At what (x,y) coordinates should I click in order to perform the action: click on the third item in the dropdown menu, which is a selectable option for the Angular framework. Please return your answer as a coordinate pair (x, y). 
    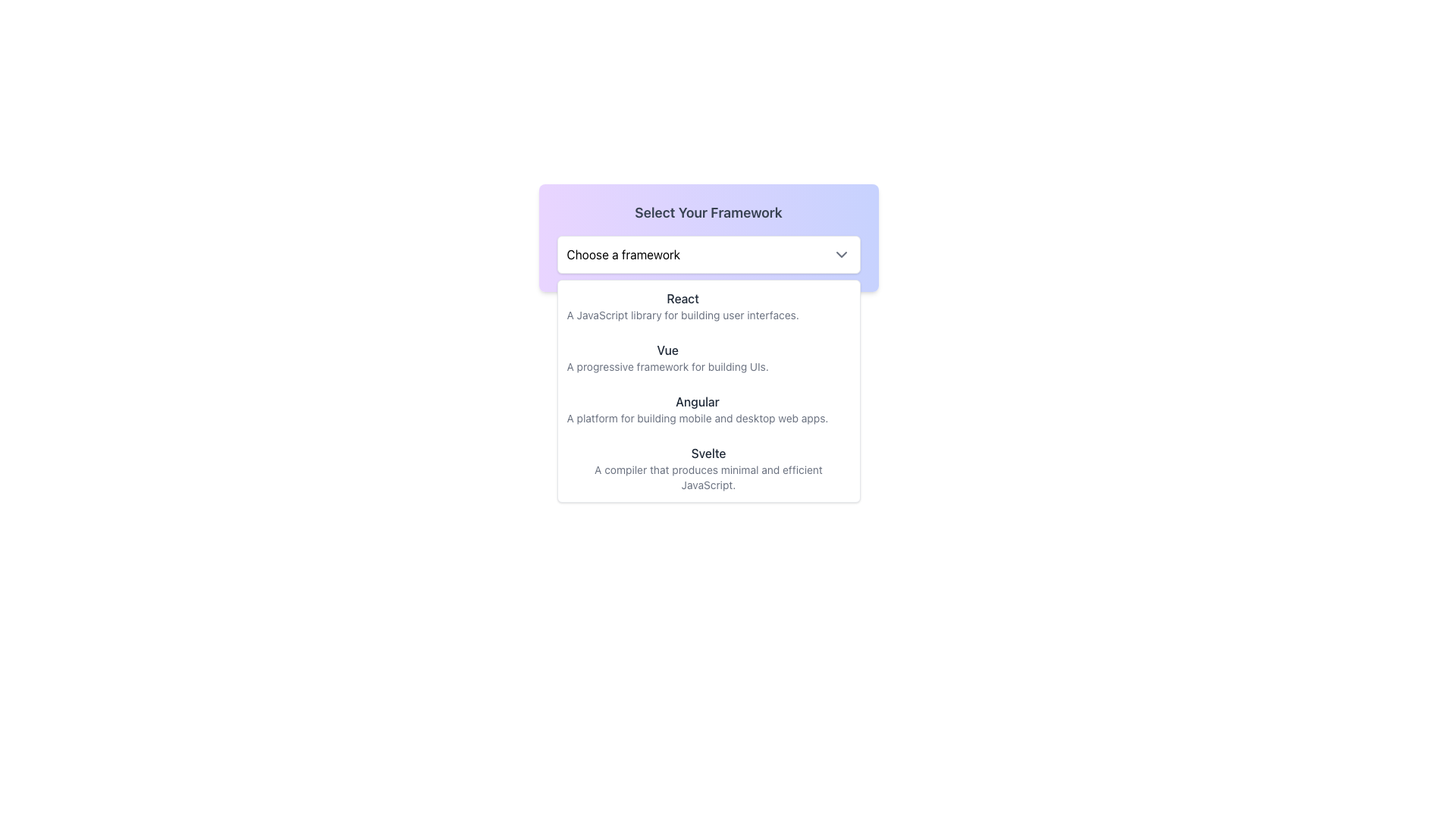
    Looking at the image, I should click on (708, 409).